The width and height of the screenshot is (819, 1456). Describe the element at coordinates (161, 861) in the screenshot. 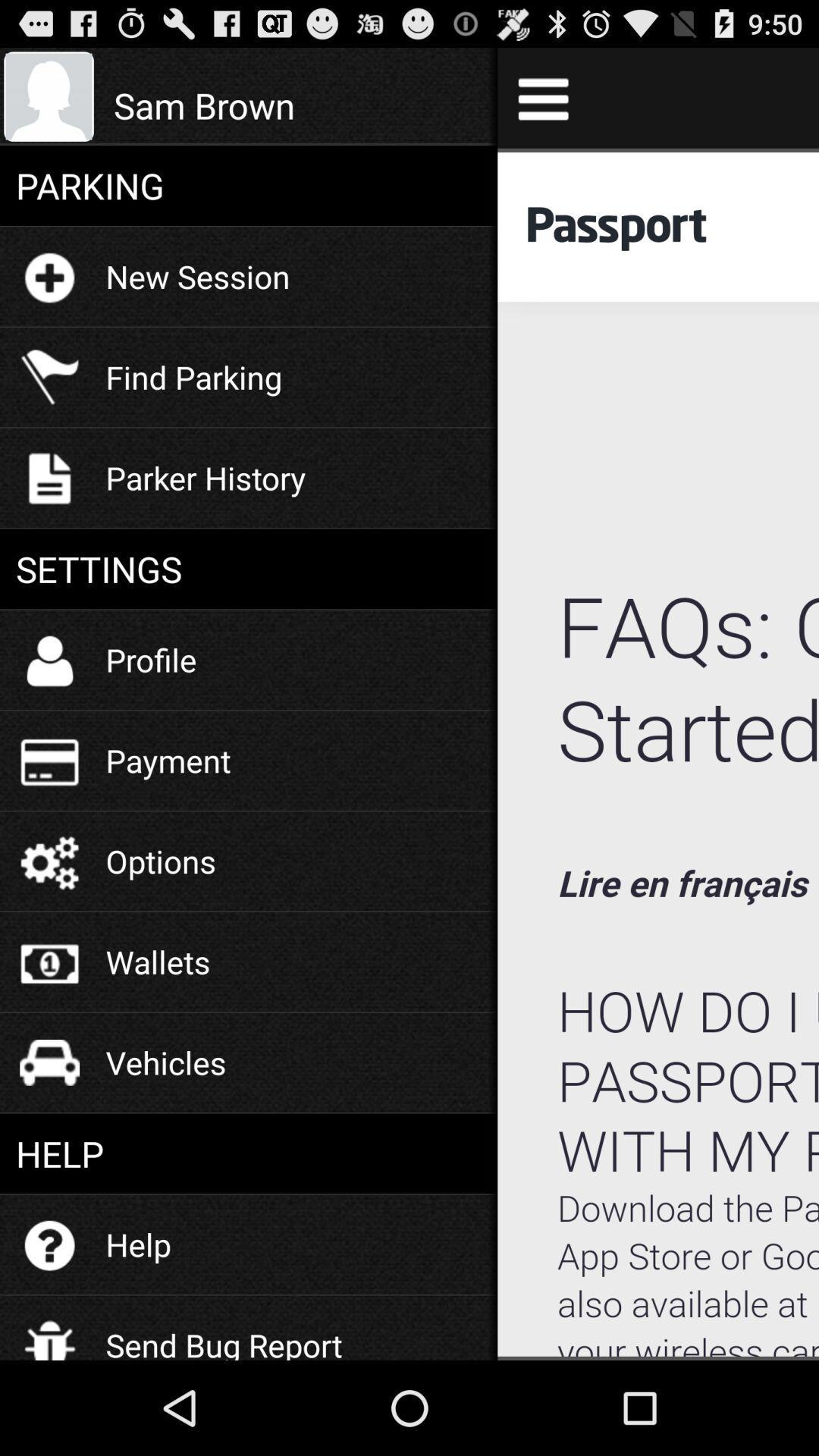

I see `the item below the payment icon` at that location.